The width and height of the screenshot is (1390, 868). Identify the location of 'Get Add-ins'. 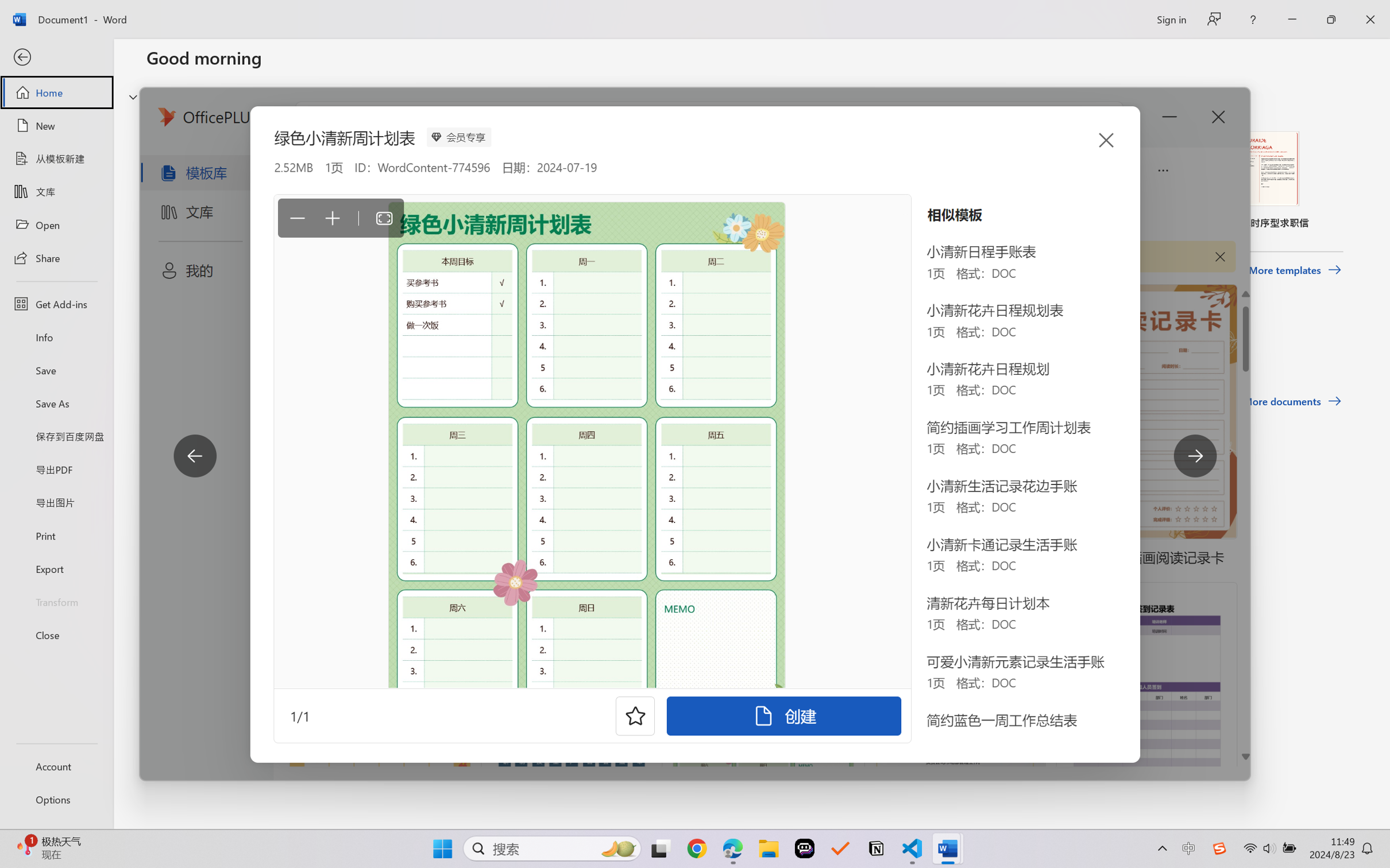
(56, 303).